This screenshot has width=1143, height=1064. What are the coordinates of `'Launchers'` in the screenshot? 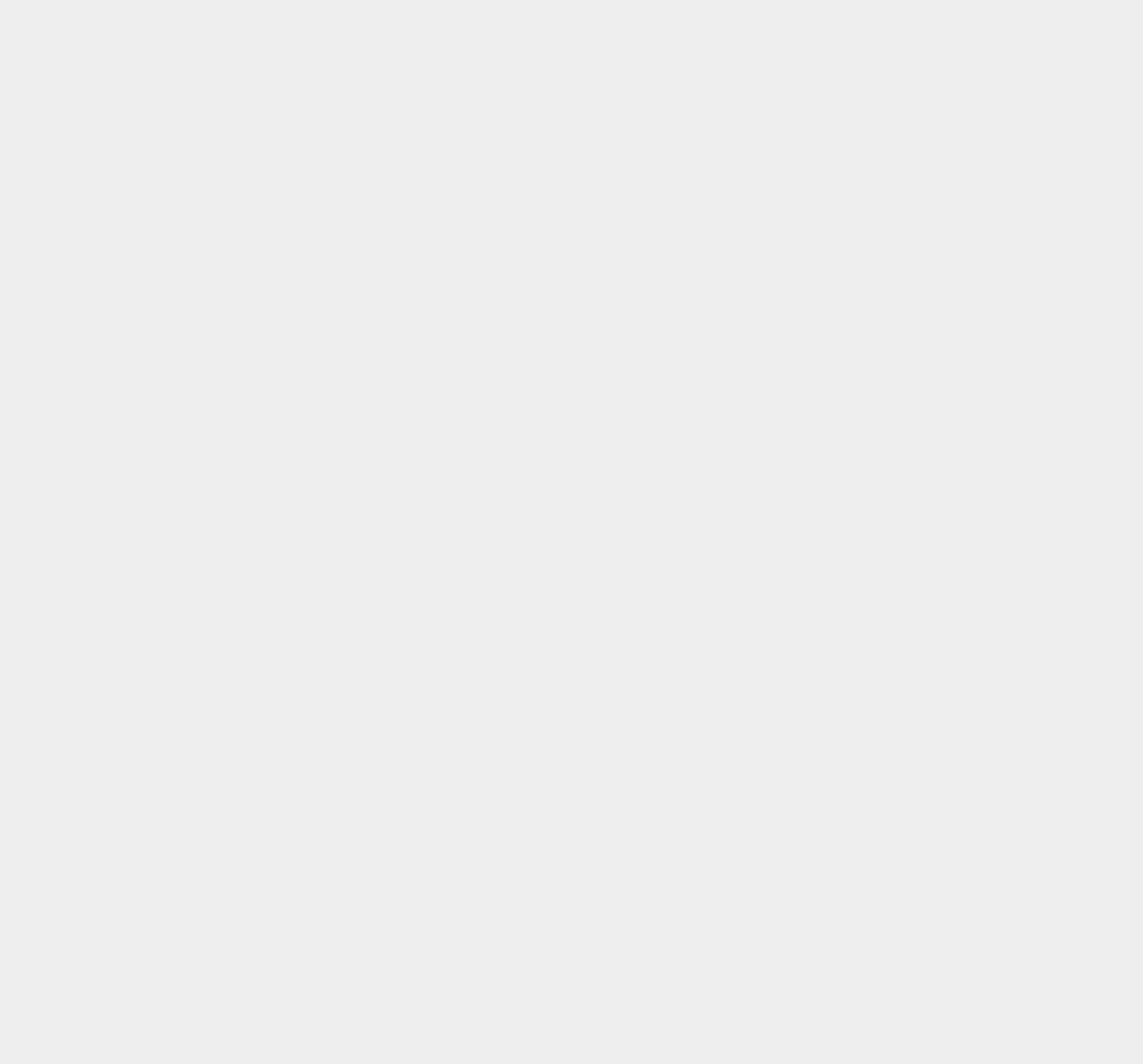 It's located at (840, 388).